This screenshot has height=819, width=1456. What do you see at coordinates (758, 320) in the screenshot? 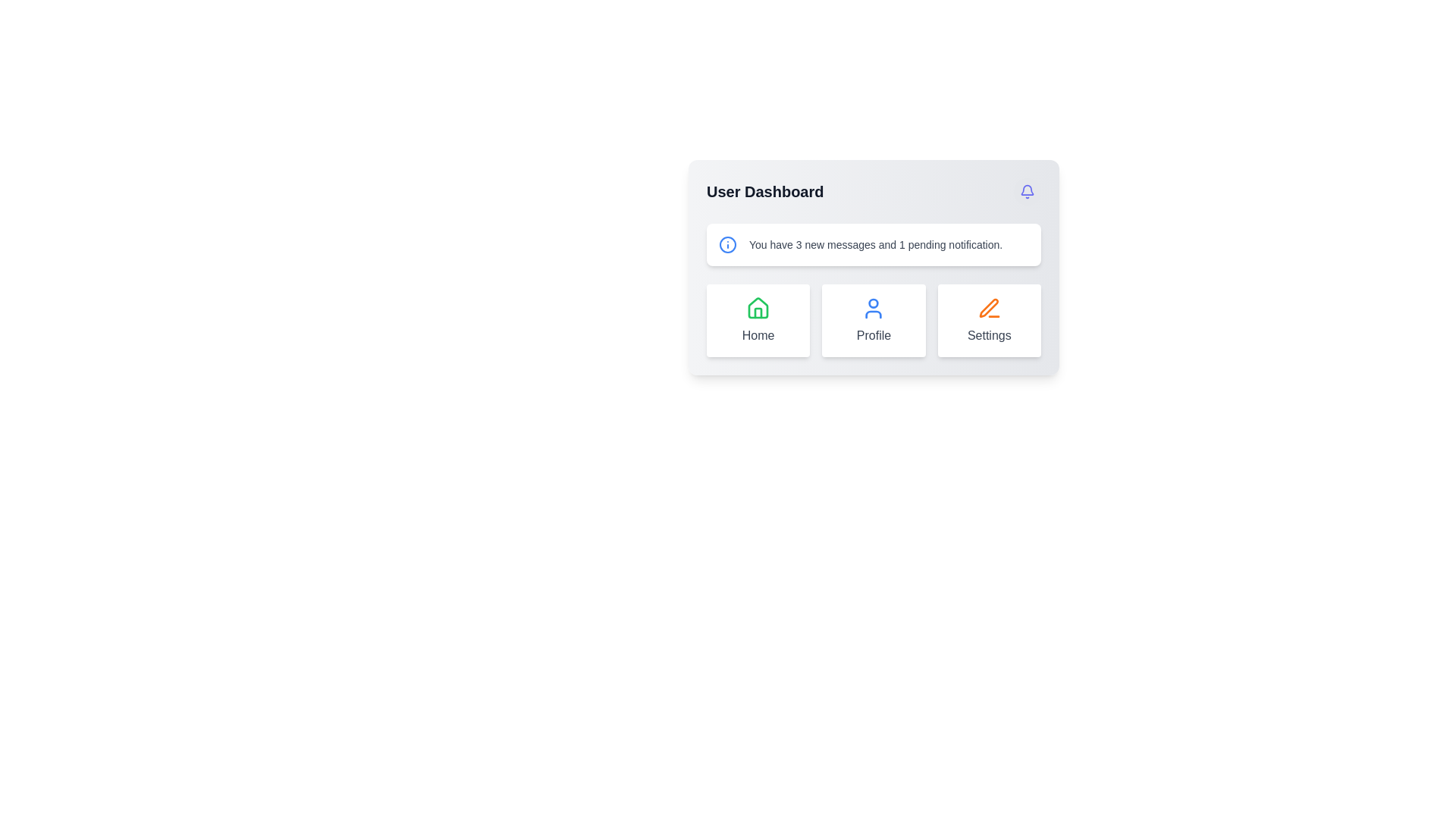
I see `the 'Home' card, which is the leftmost card in a grid of three cards including 'Profile' and 'Settings'` at bounding box center [758, 320].